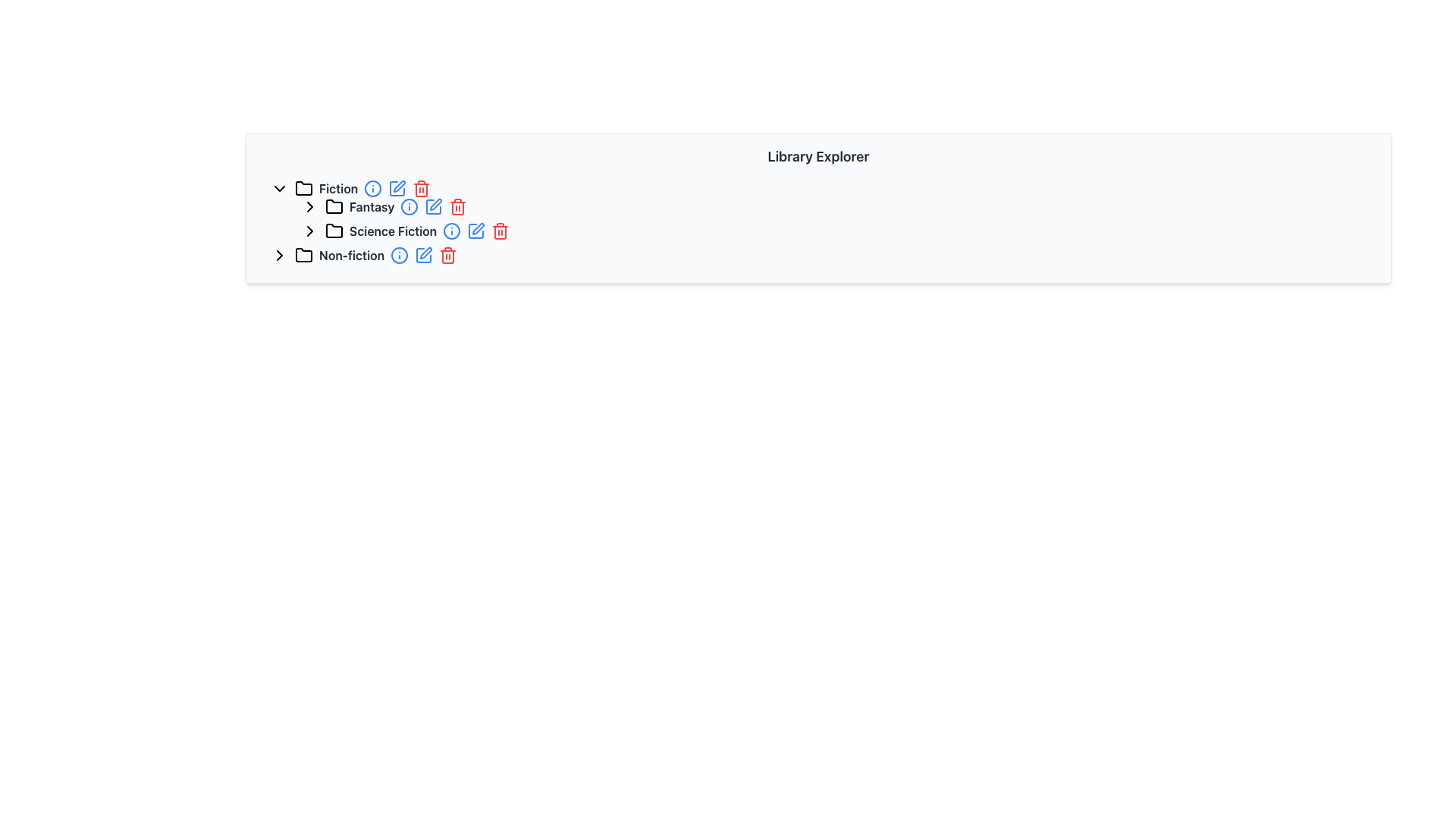  What do you see at coordinates (303, 187) in the screenshot?
I see `the folder icon representing the 'Fiction' category, which is located adjacent to the text label 'Fiction'` at bounding box center [303, 187].